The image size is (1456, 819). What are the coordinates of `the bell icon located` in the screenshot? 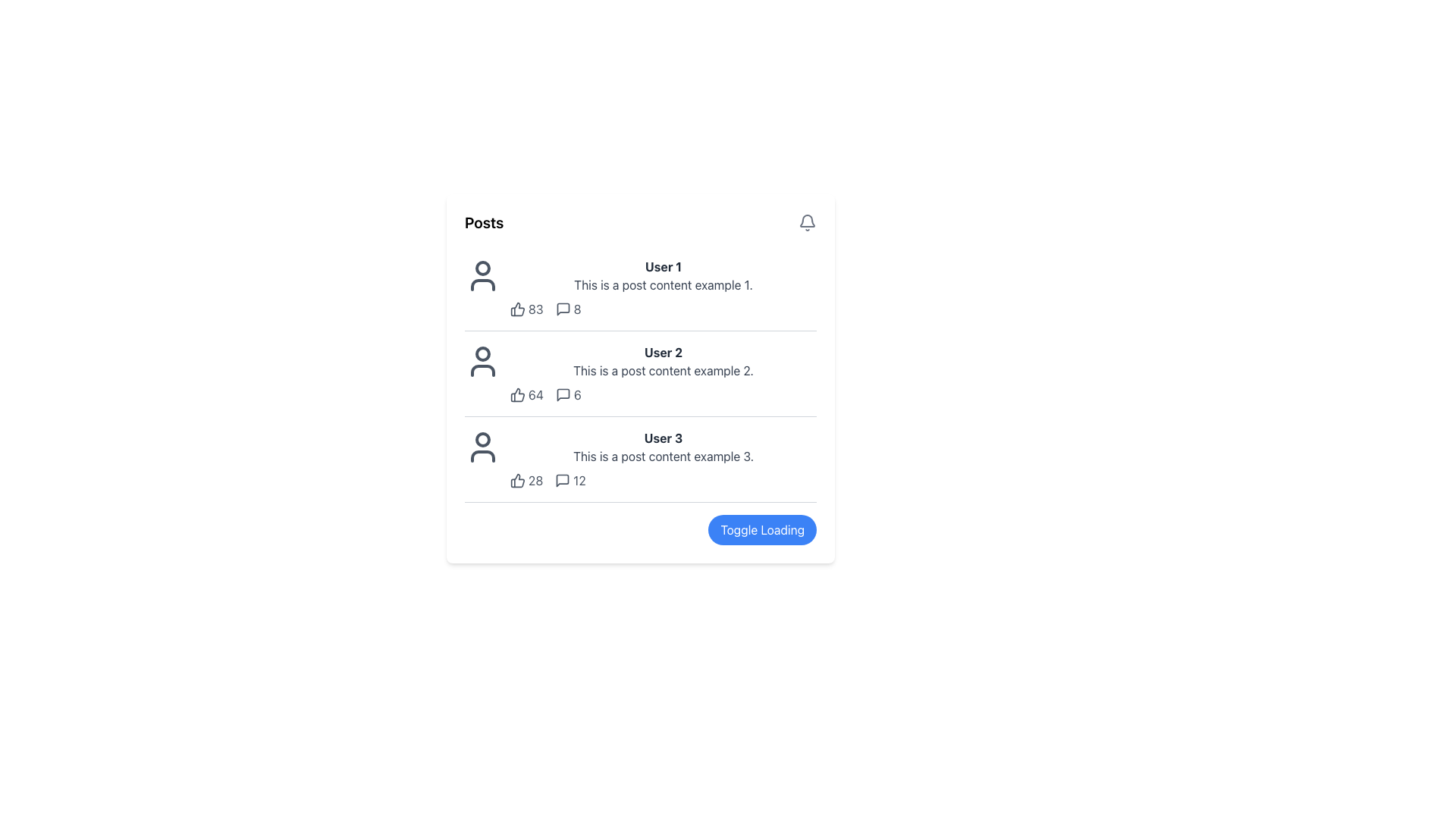 It's located at (807, 222).